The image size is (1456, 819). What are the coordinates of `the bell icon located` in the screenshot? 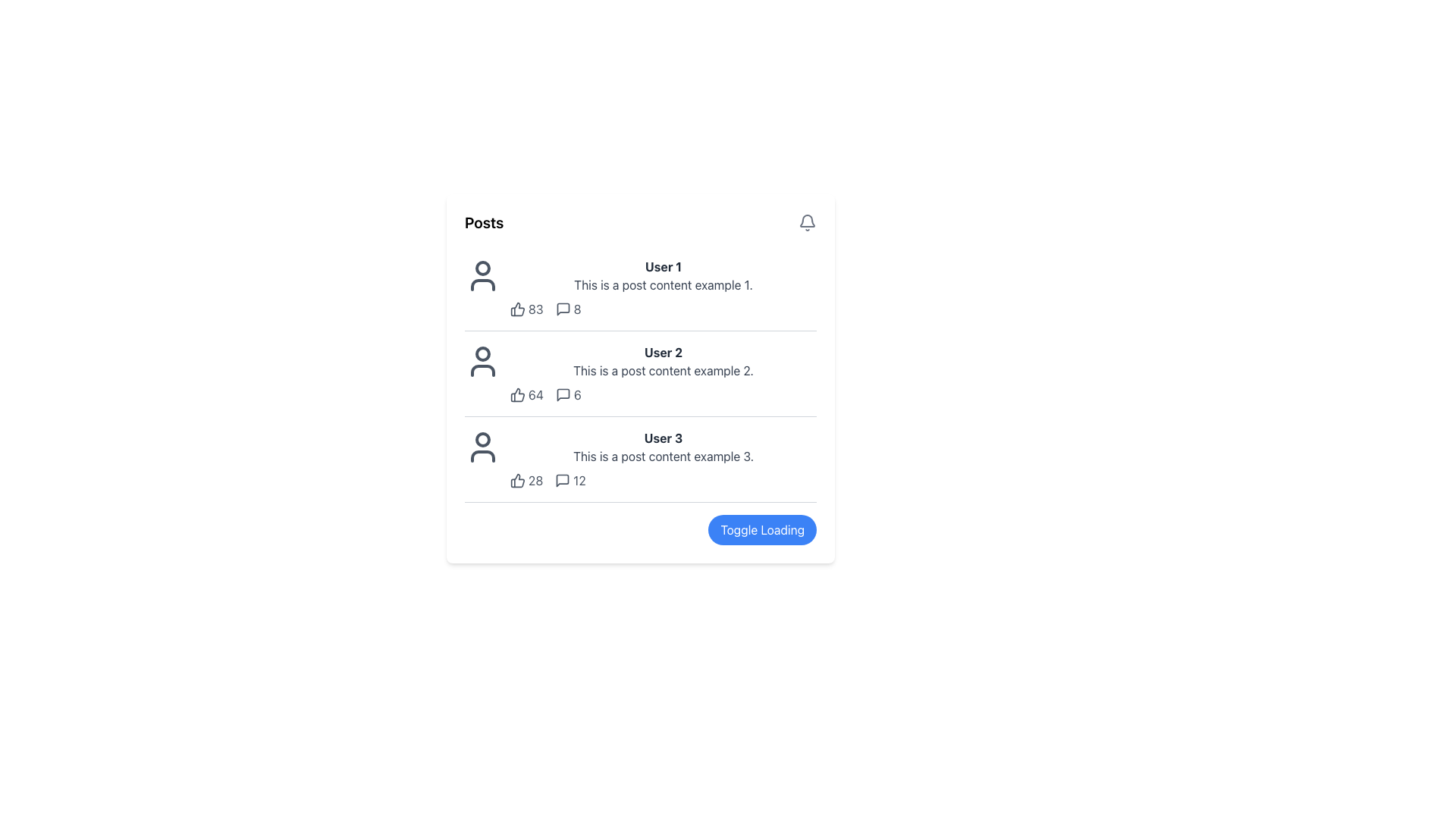 It's located at (807, 222).